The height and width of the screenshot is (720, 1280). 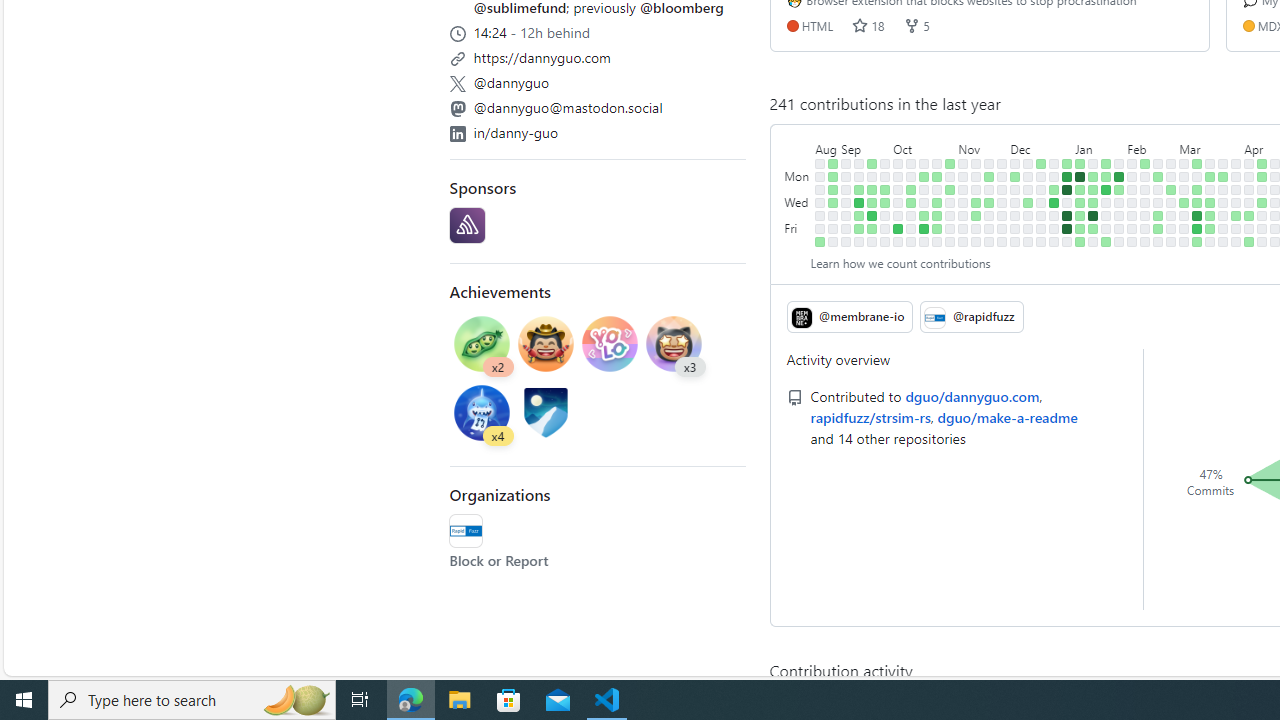 I want to click on 'No contributions on March 7th.', so click(x=1184, y=215).